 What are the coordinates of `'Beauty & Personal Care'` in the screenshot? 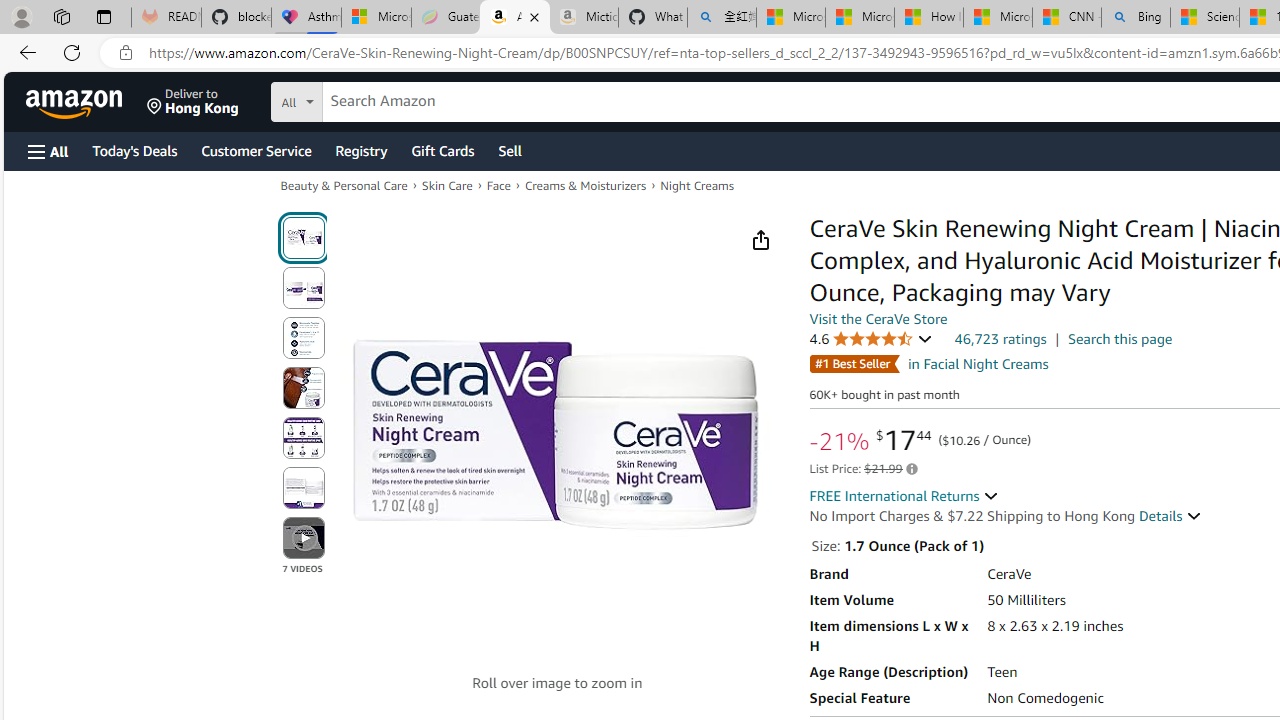 It's located at (344, 186).